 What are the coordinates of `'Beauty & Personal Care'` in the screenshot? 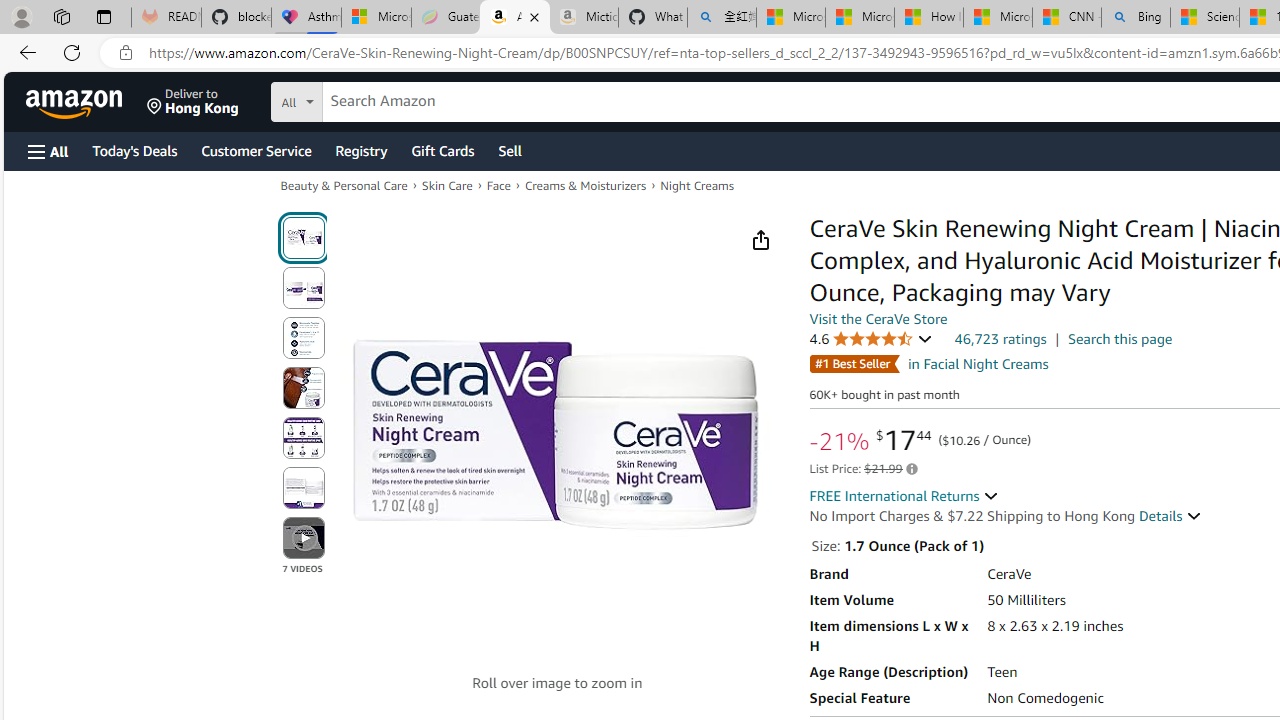 It's located at (344, 186).